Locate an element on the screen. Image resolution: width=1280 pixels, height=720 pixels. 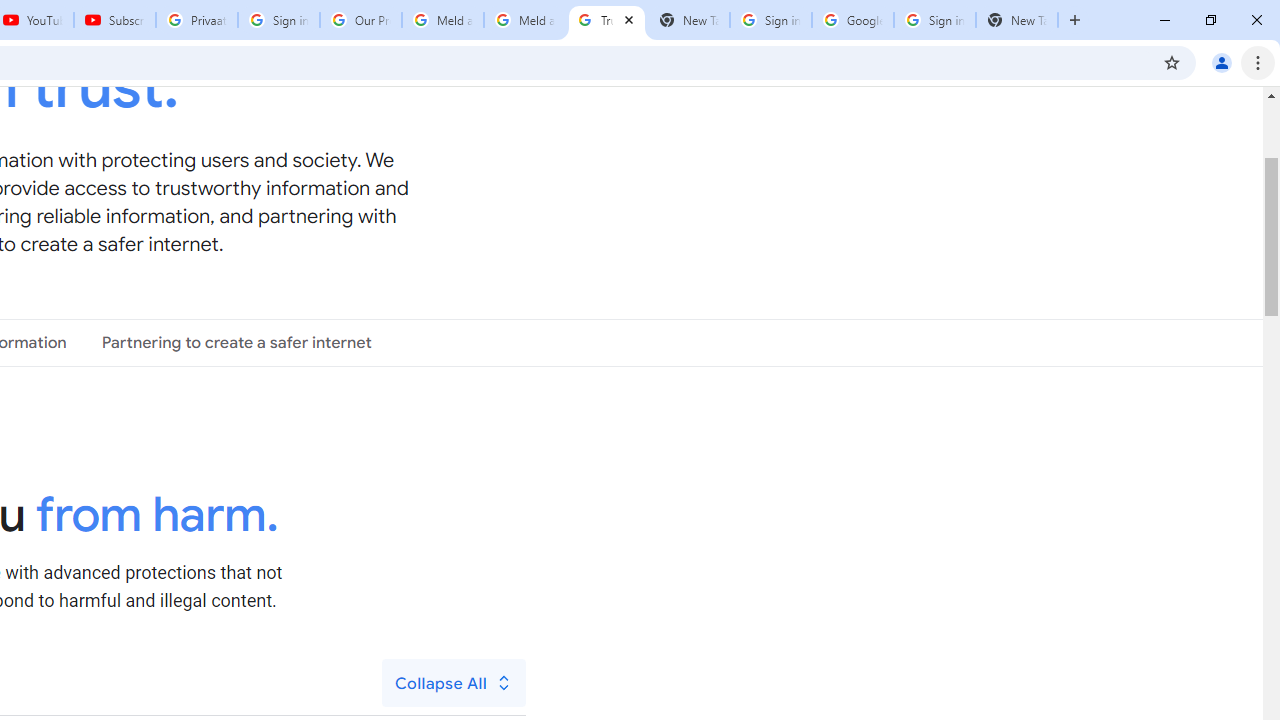
'New Tab' is located at coordinates (1016, 20).